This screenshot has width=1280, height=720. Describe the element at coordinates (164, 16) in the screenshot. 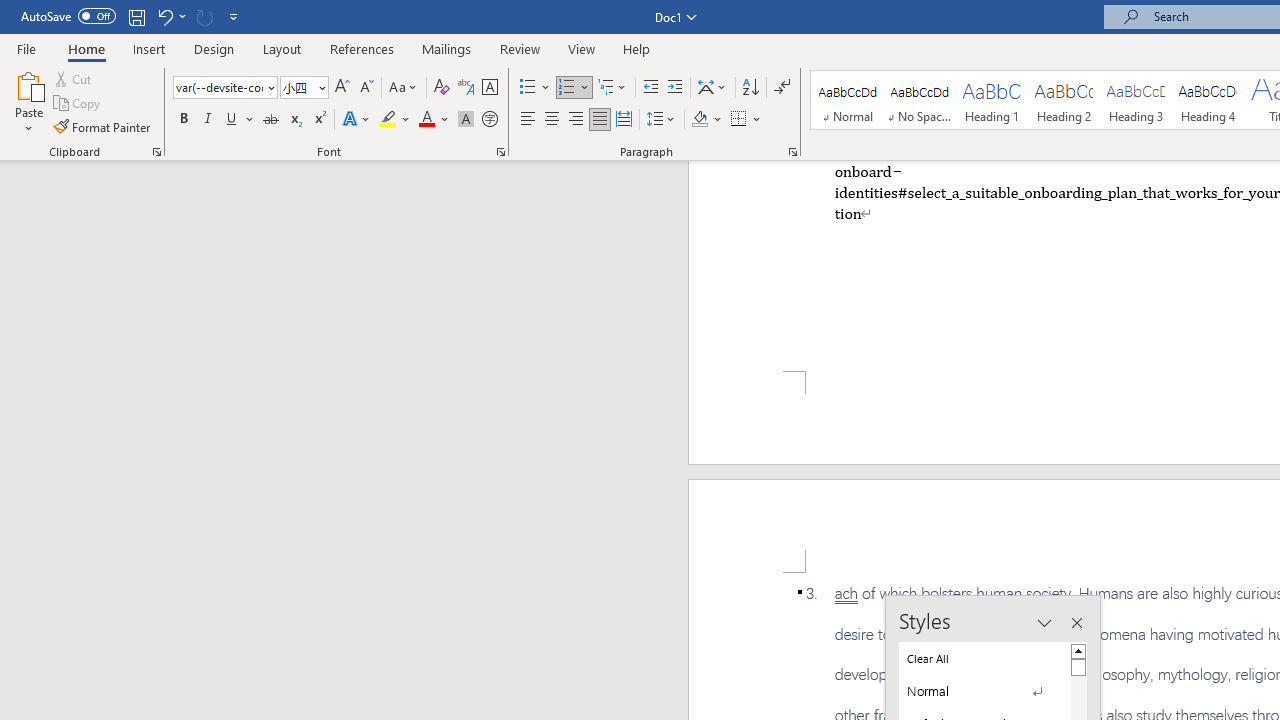

I see `'Undo Apply Quick Style'` at that location.